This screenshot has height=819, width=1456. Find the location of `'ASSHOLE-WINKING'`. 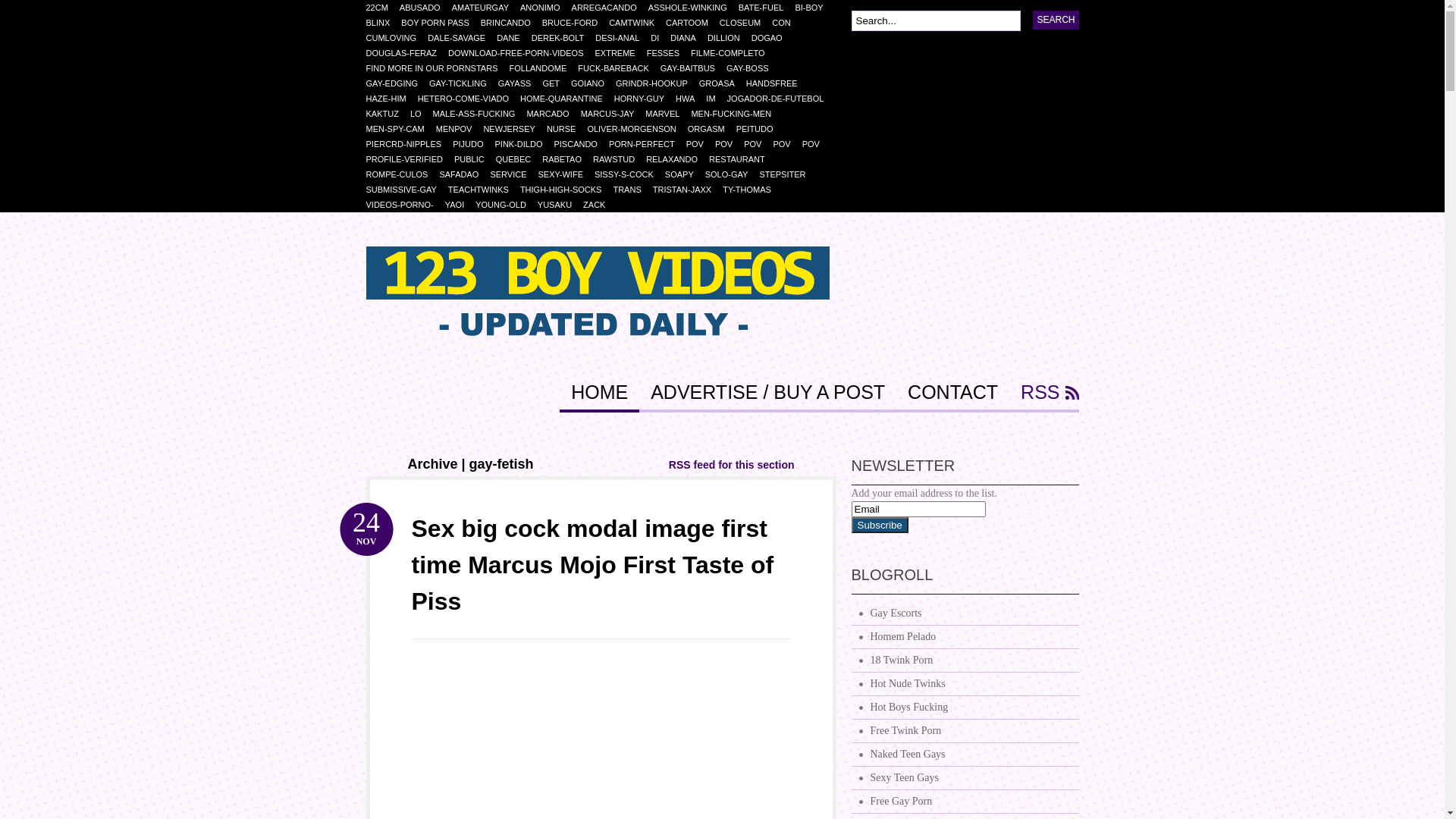

'ASSHOLE-WINKING' is located at coordinates (692, 8).